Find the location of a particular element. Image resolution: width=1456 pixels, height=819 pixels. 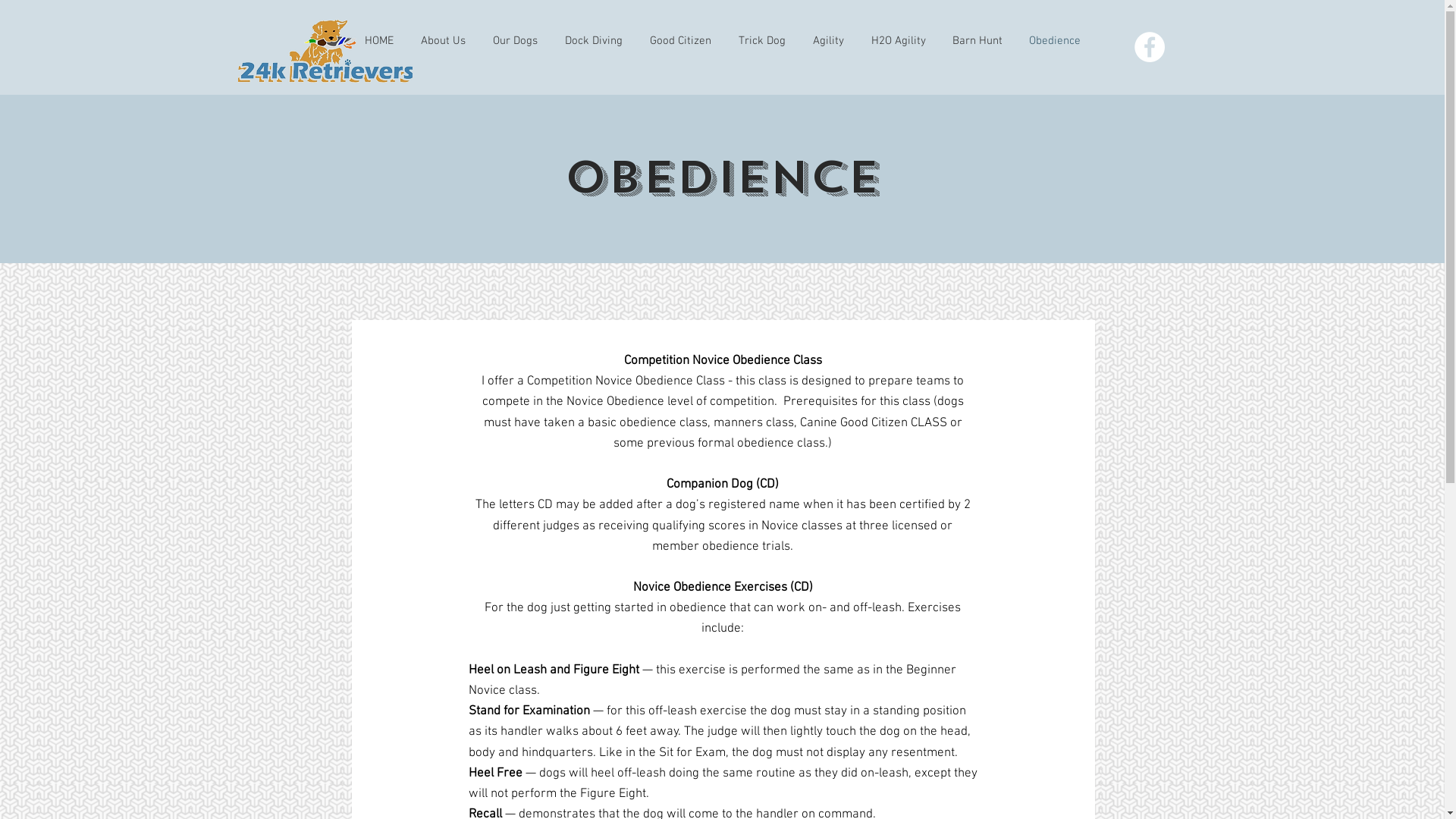

'Our Dogs' is located at coordinates (515, 40).